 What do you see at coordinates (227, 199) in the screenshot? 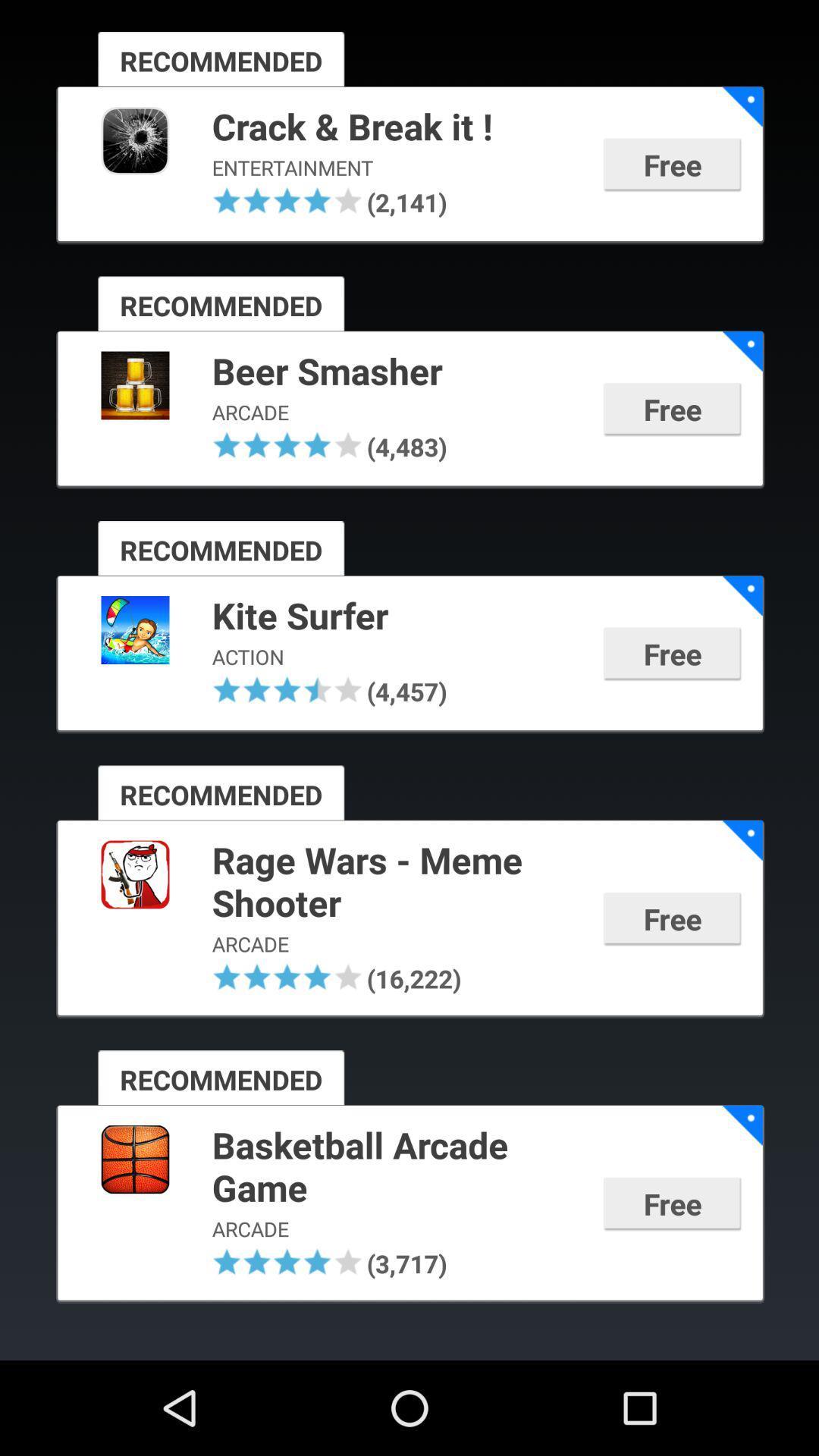
I see `the item above the recommended icon` at bounding box center [227, 199].